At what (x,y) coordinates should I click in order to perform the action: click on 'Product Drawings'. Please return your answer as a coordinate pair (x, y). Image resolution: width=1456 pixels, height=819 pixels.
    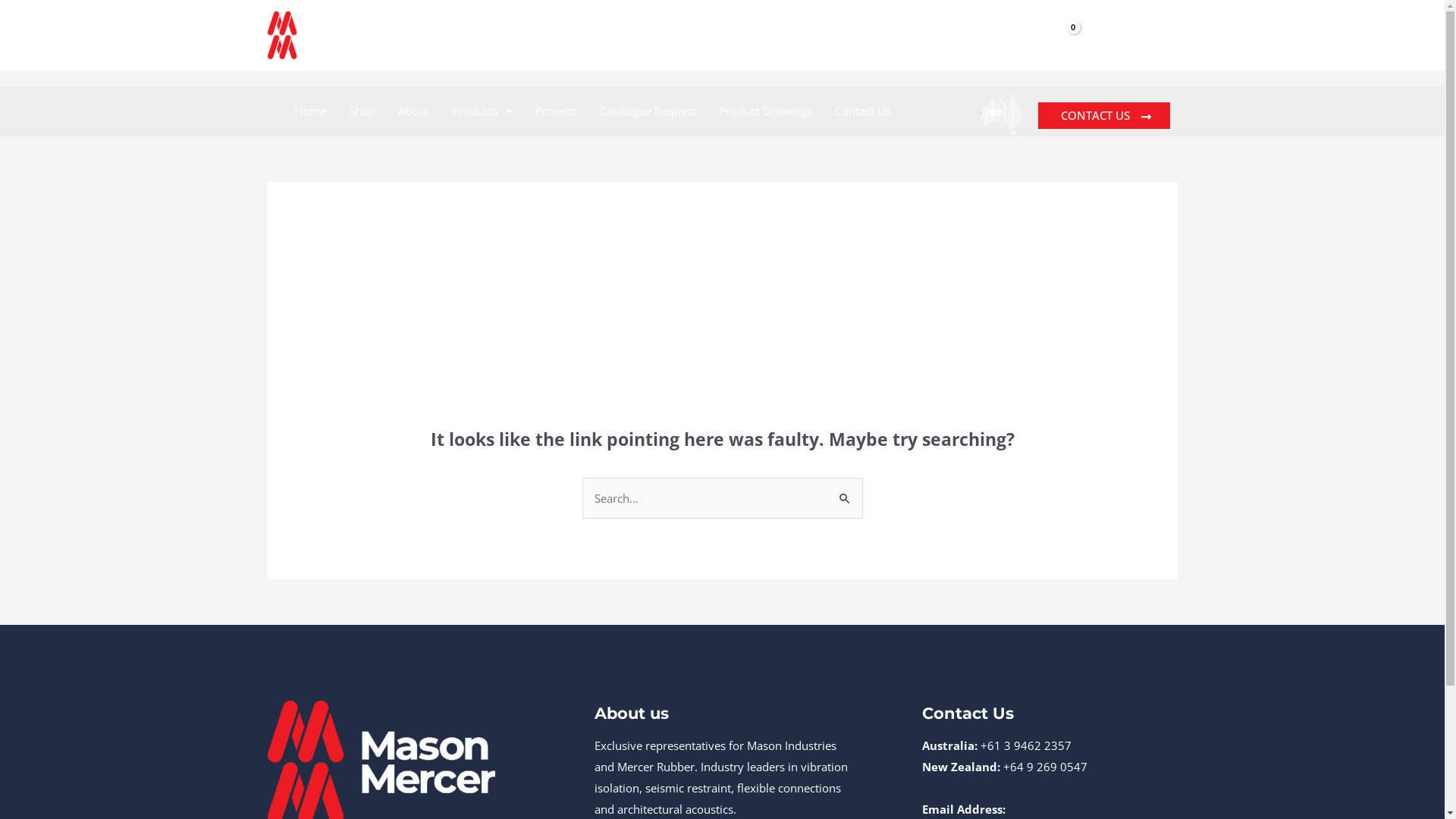
    Looking at the image, I should click on (764, 110).